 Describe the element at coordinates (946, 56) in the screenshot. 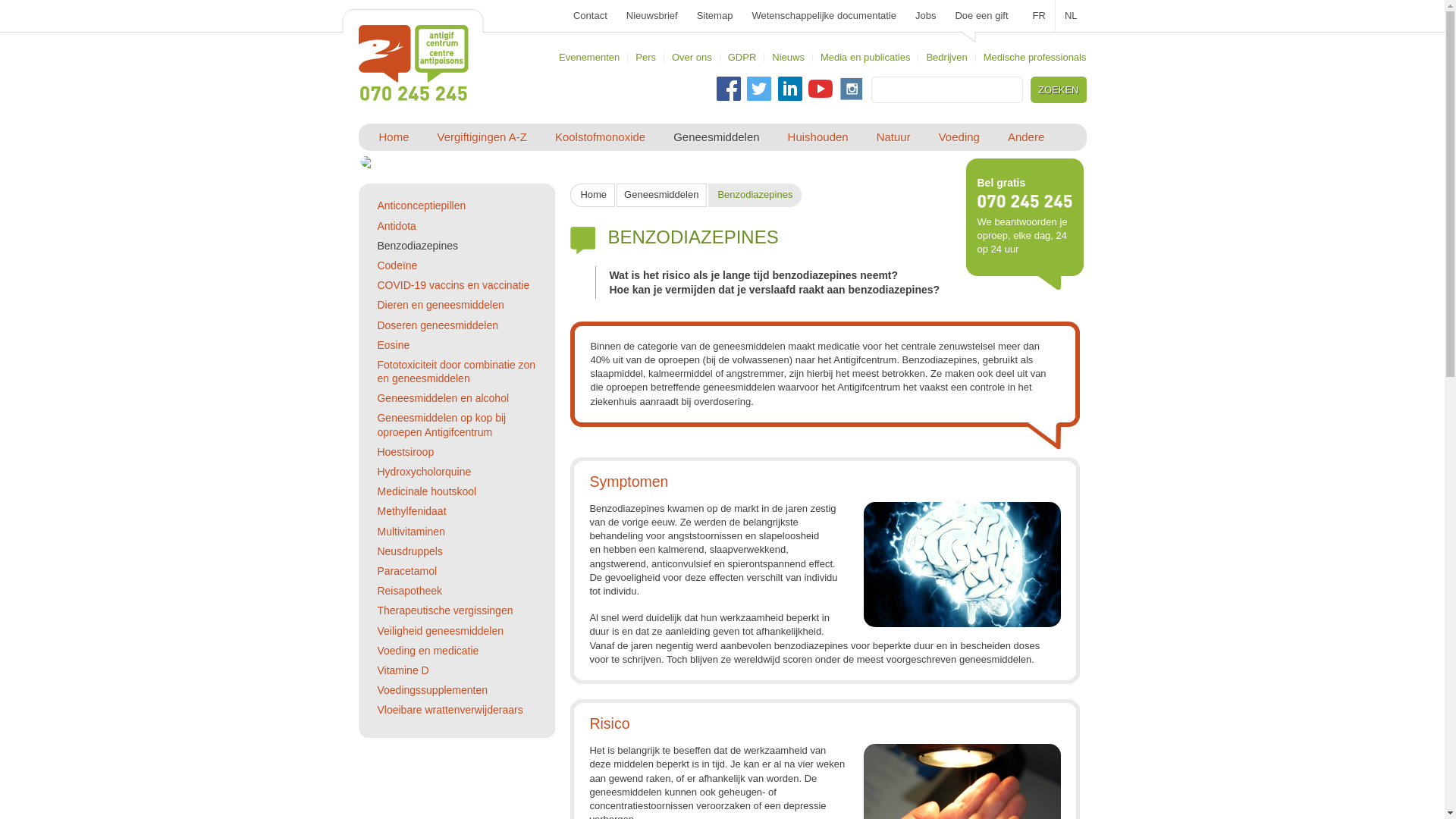

I see `'Bedrijven'` at that location.